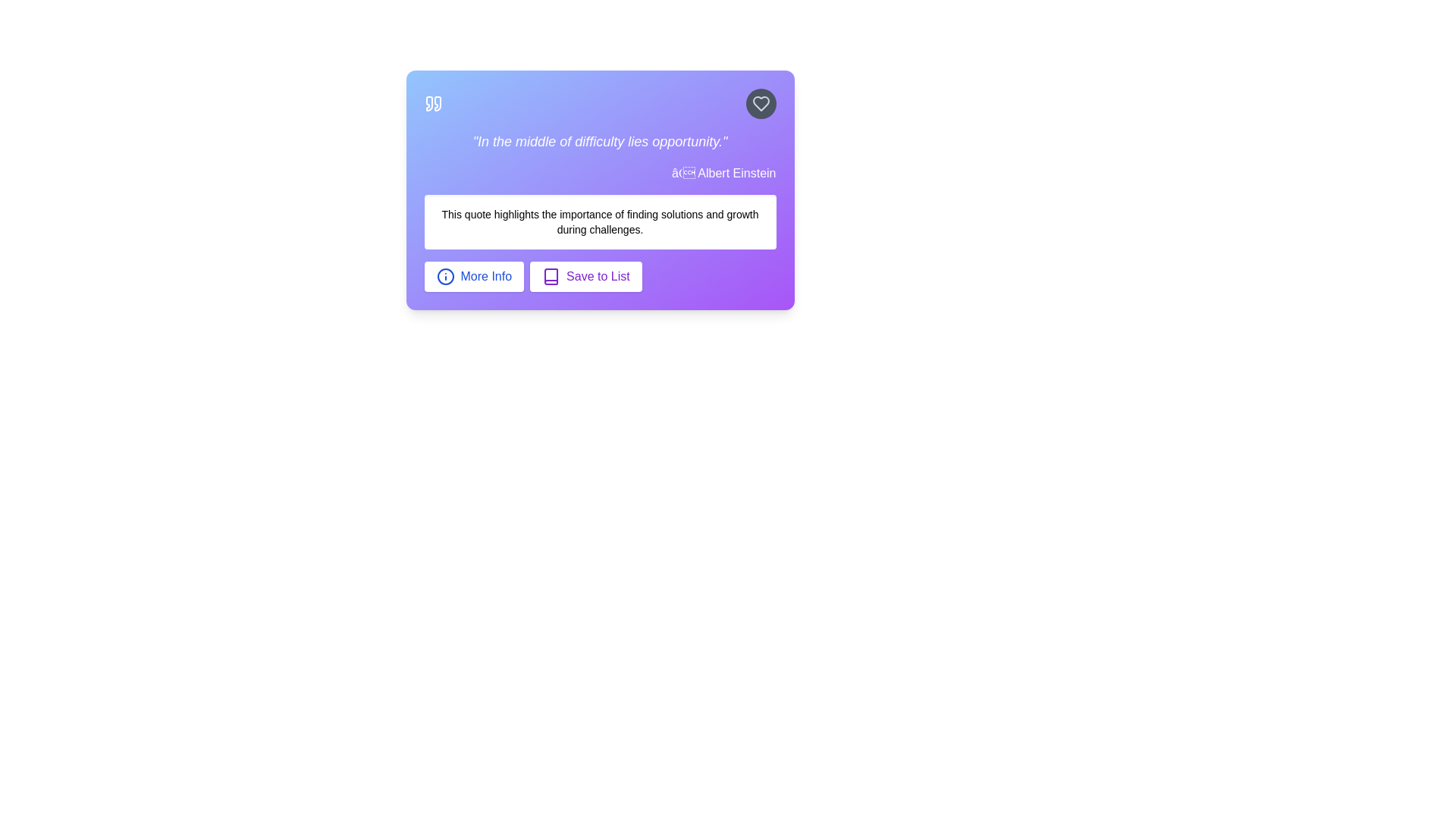  What do you see at coordinates (444, 277) in the screenshot?
I see `the information icon within the 'More Info' button, which is styled in a circular outline and features an 'i' symbol at its center, located on the bottom left of a card display` at bounding box center [444, 277].